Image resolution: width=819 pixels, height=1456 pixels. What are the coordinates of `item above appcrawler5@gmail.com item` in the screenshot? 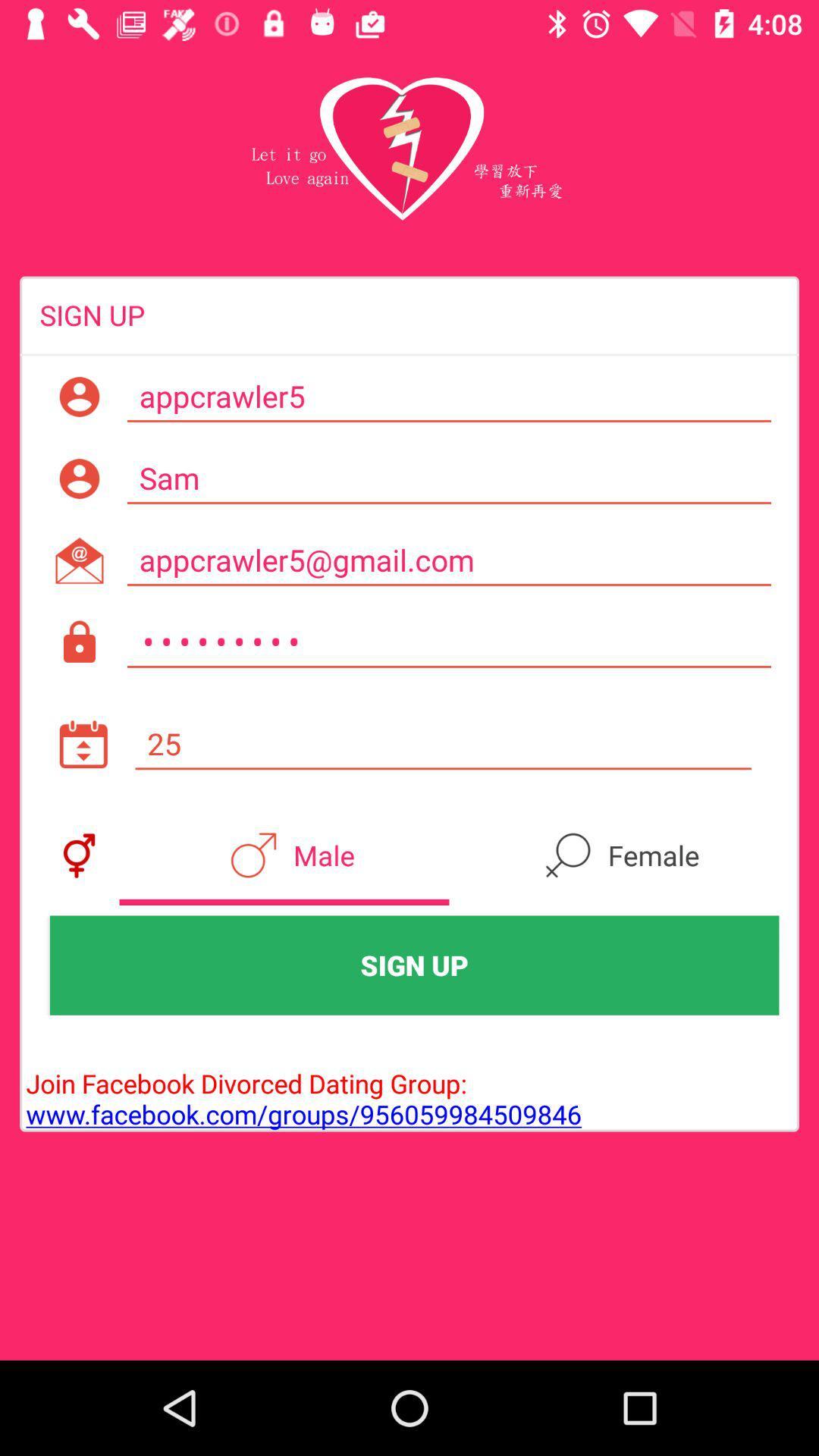 It's located at (448, 478).